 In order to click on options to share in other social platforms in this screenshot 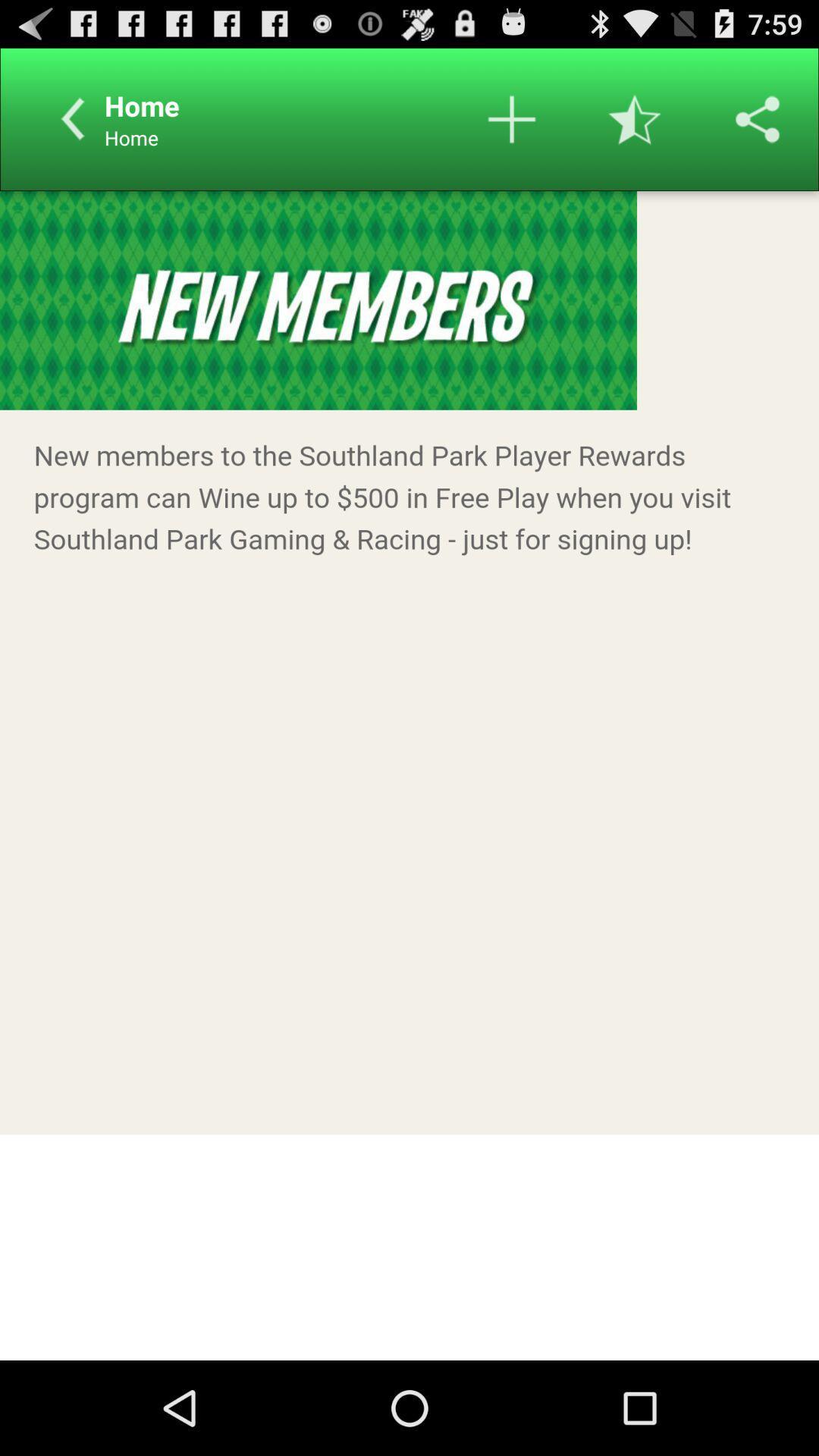, I will do `click(758, 118)`.